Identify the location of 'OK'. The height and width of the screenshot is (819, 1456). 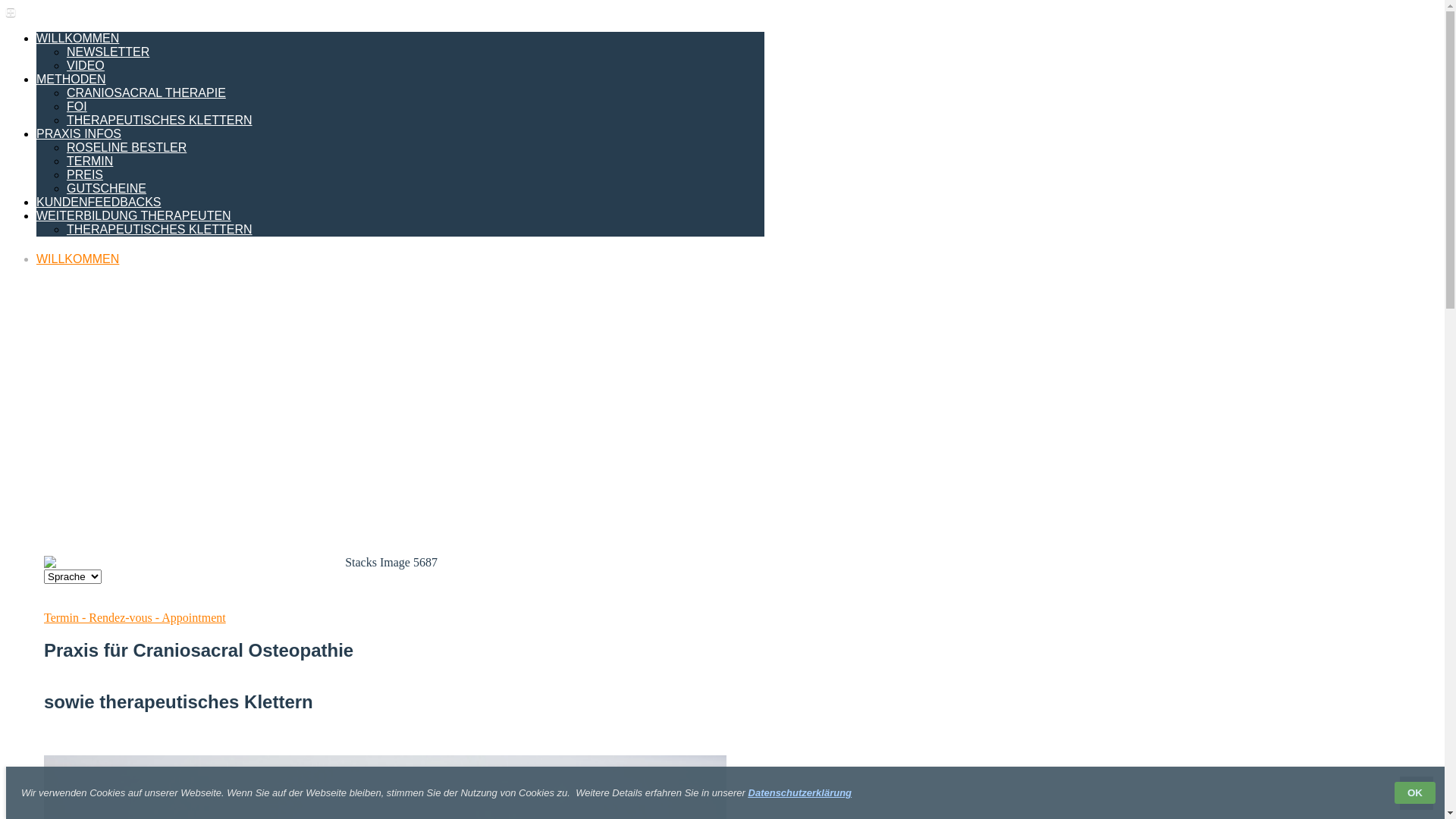
(1414, 792).